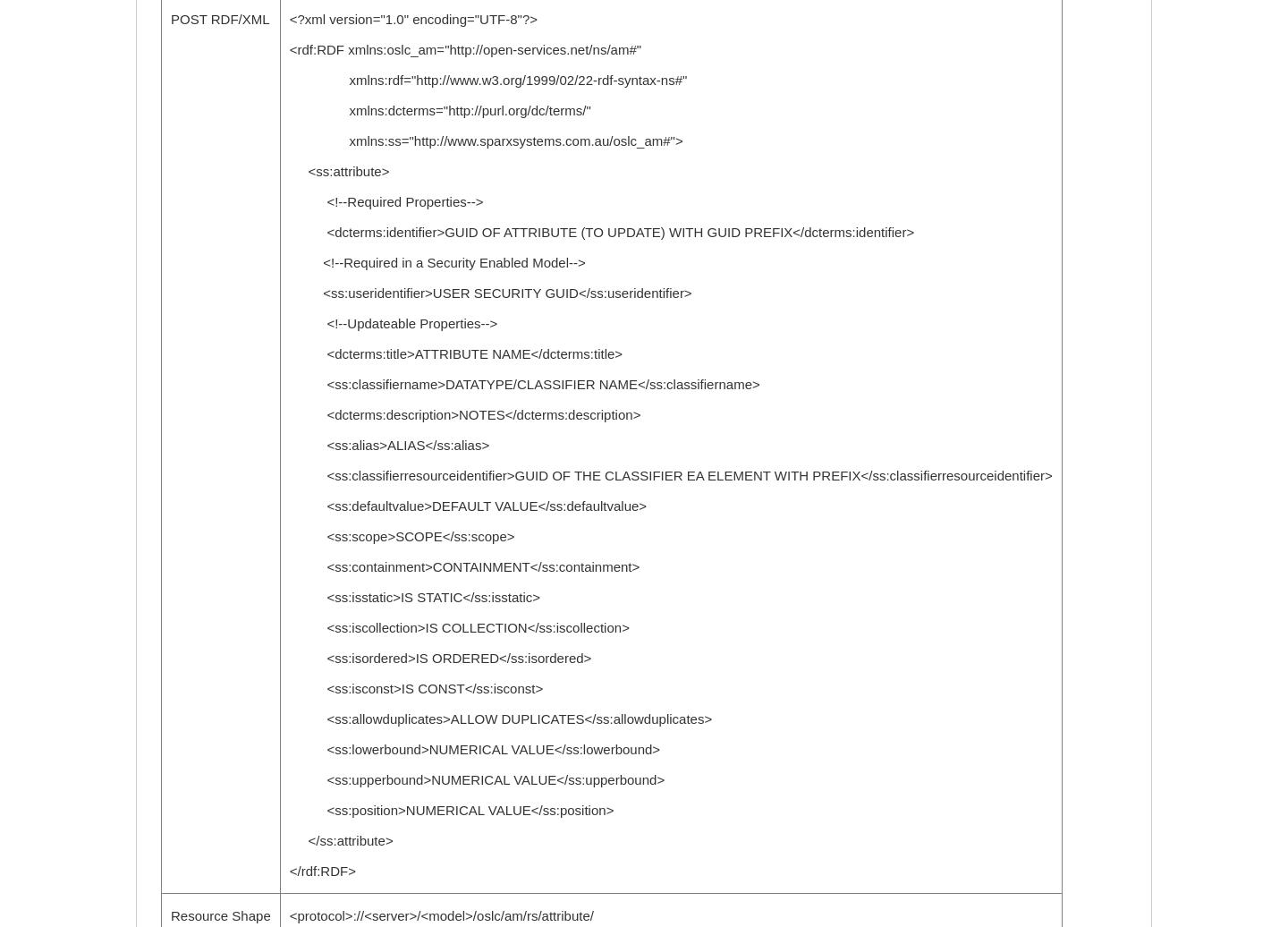 Image resolution: width=1288 pixels, height=927 pixels. I want to click on '<ss:position>NUMERICAL VALUE</ss:position>', so click(450, 810).